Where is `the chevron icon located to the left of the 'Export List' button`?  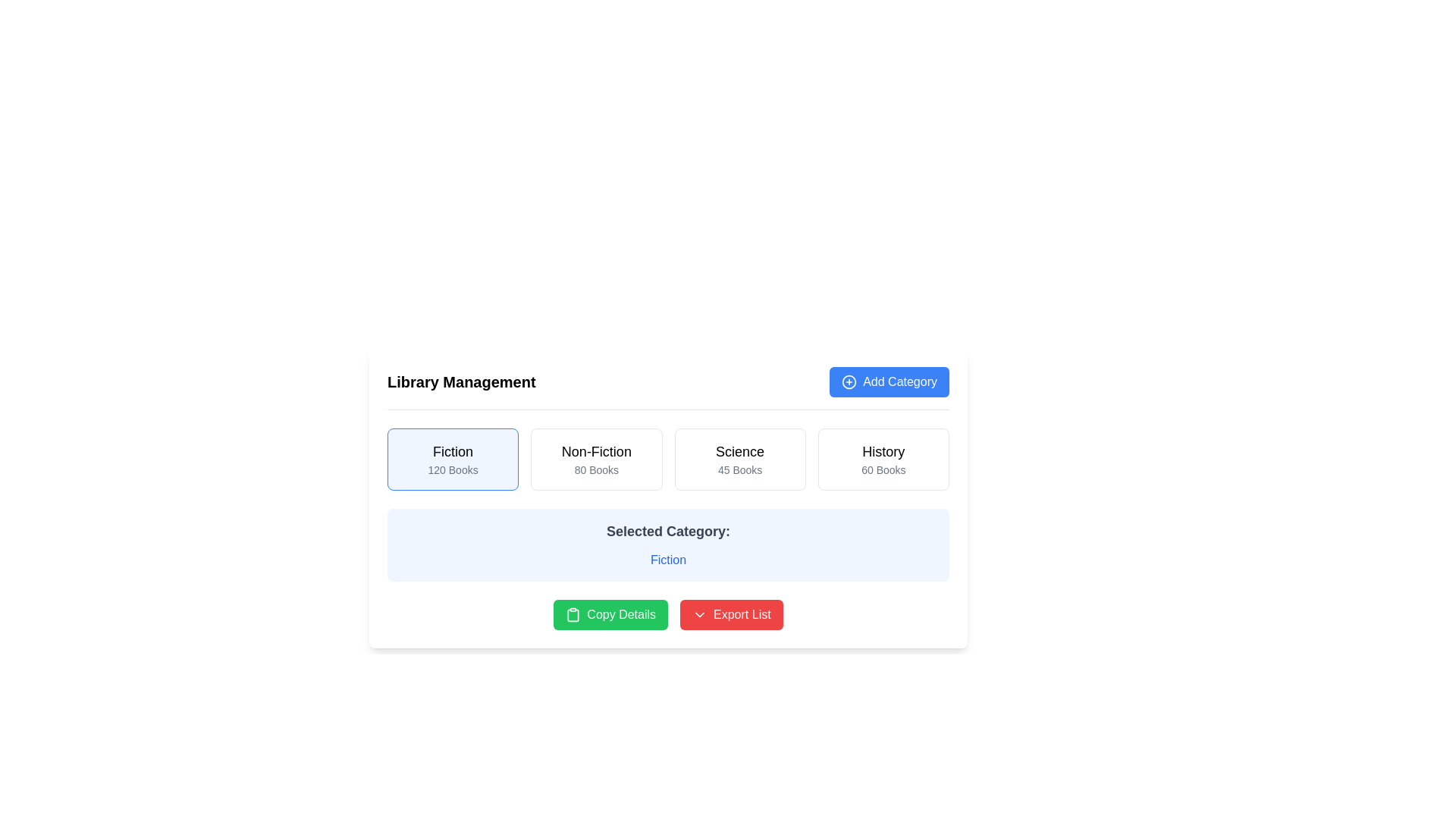 the chevron icon located to the left of the 'Export List' button is located at coordinates (699, 614).